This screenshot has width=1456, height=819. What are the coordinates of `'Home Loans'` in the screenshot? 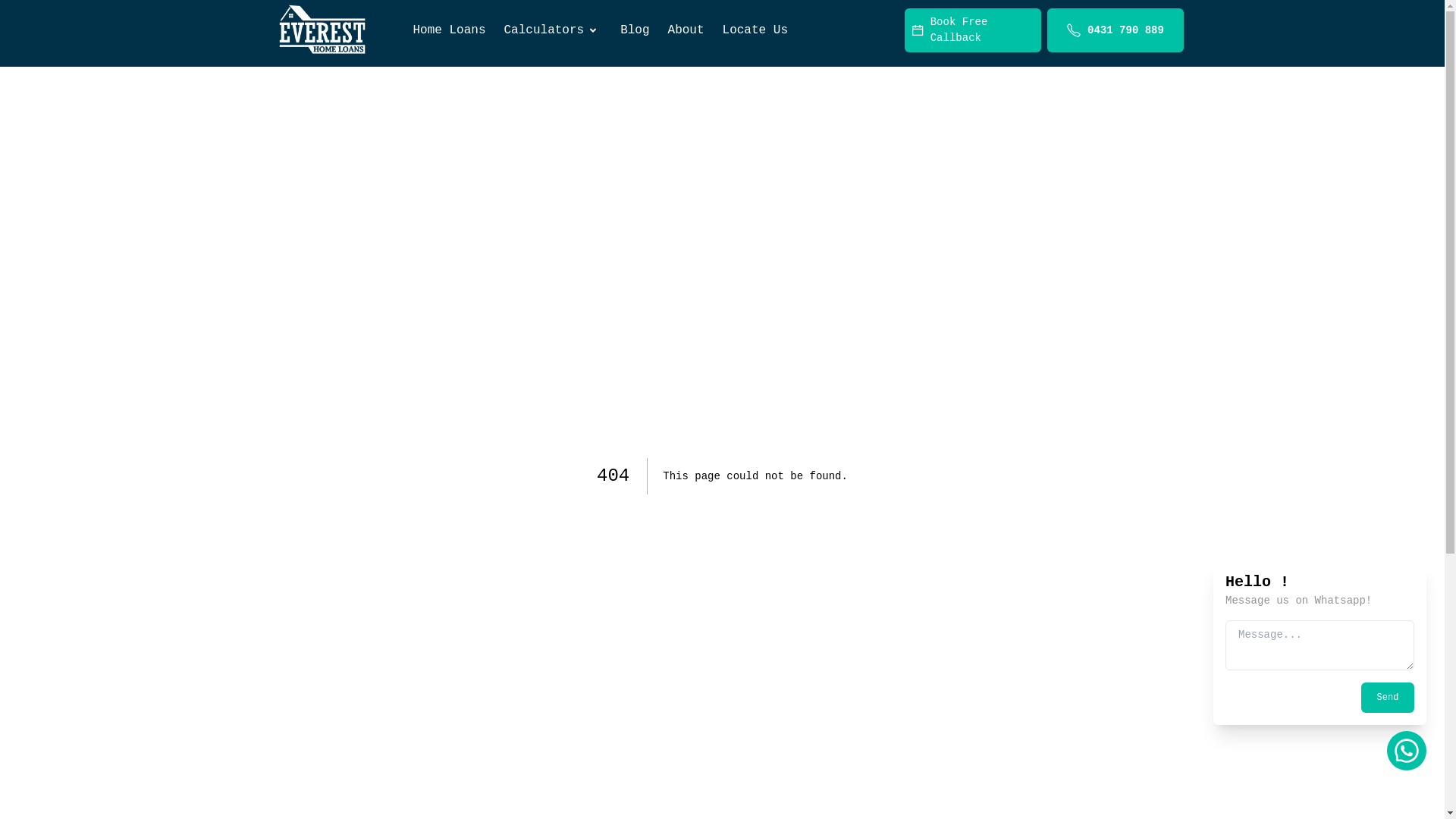 It's located at (447, 30).